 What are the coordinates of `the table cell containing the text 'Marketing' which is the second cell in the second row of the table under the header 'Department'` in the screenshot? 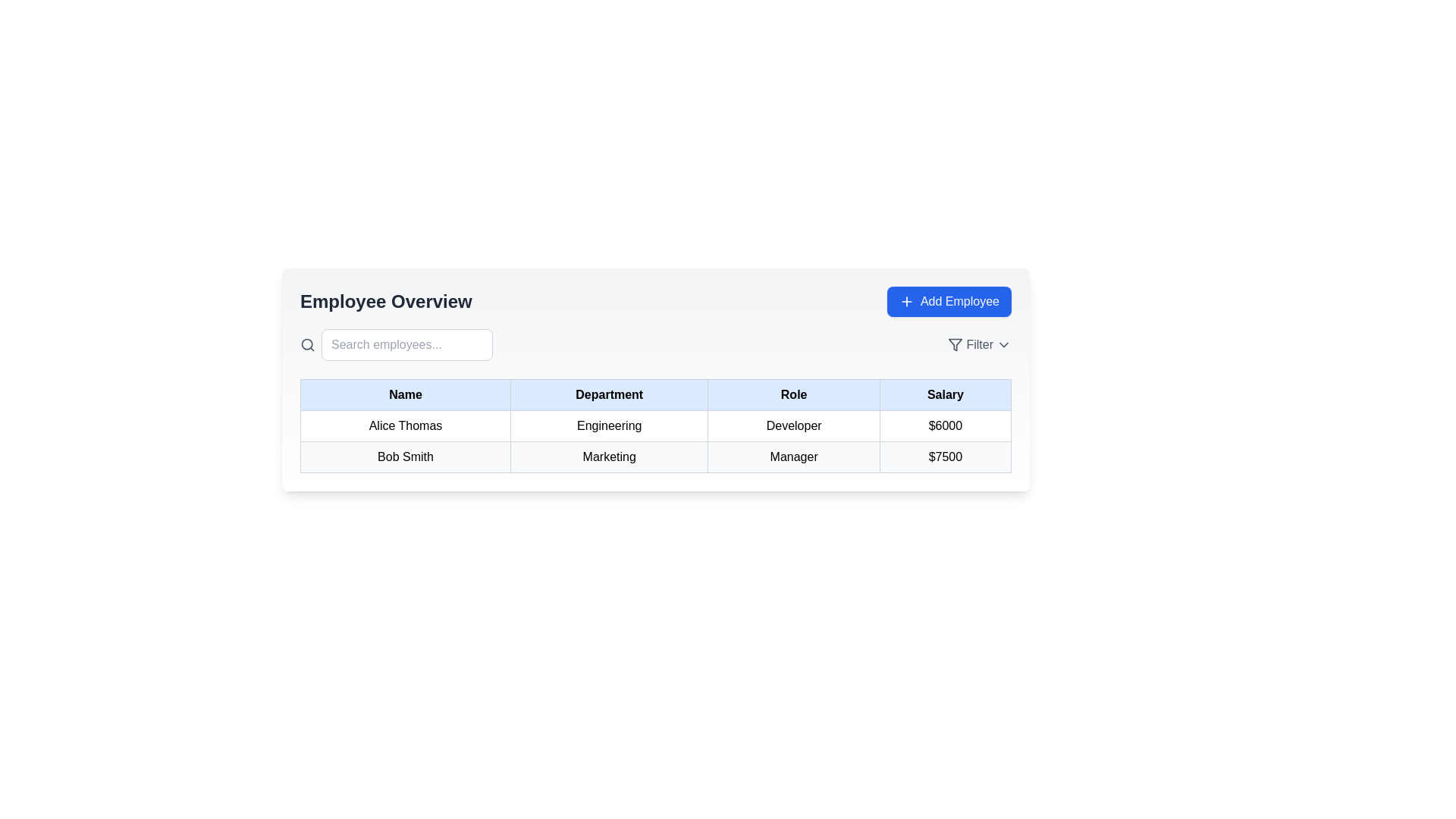 It's located at (609, 456).